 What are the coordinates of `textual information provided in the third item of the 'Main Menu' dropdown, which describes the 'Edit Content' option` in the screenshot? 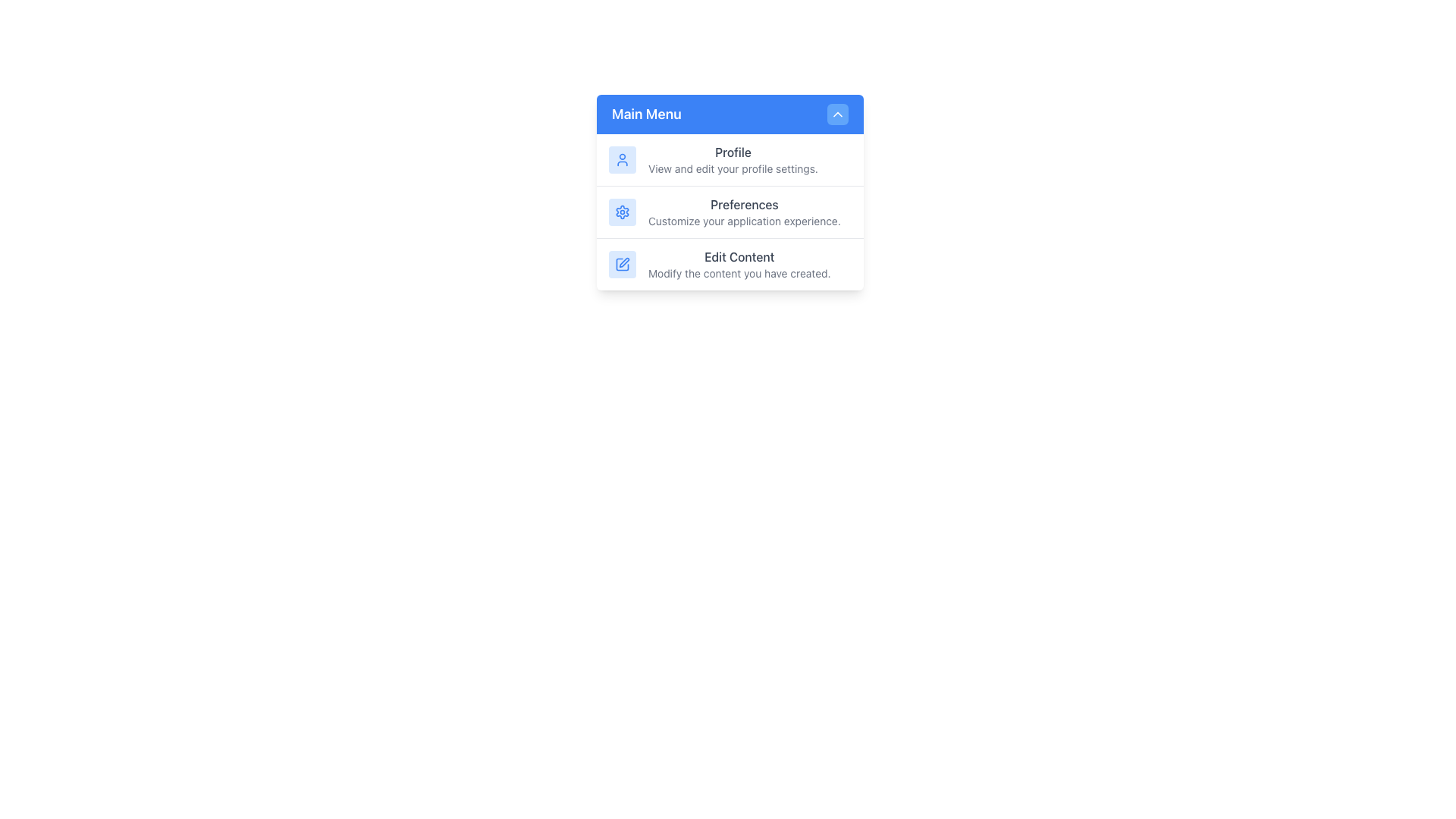 It's located at (739, 263).